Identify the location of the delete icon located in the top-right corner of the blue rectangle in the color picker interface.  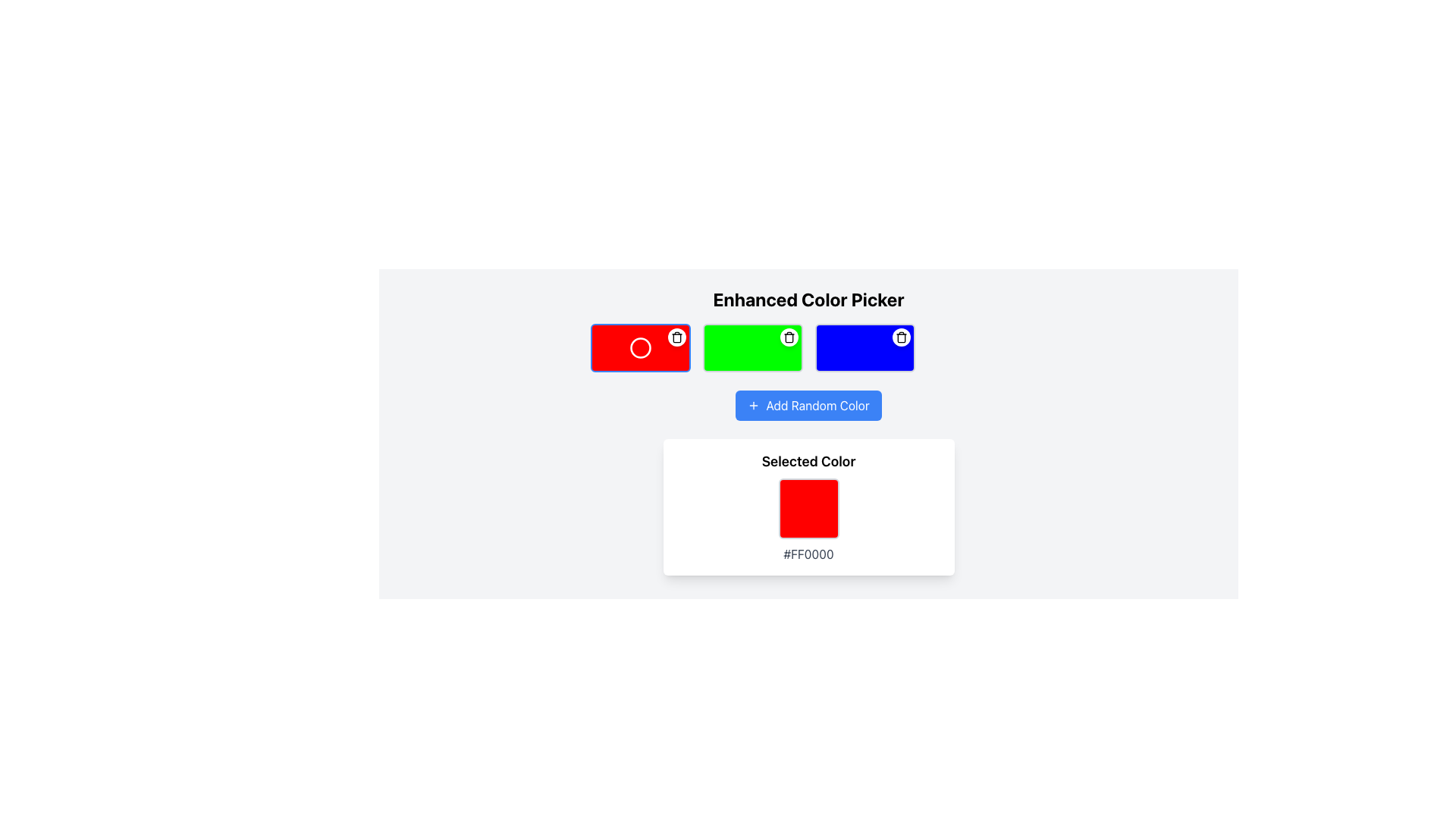
(901, 336).